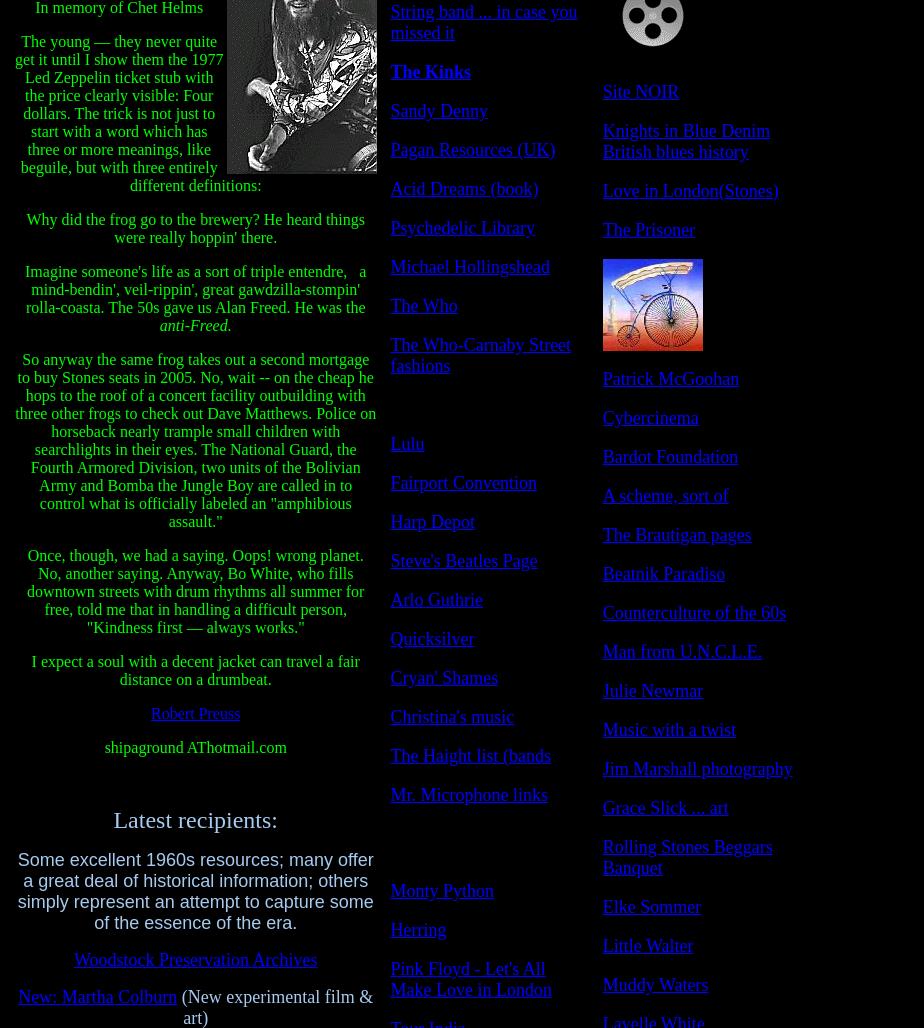 The width and height of the screenshot is (924, 1028). Describe the element at coordinates (390, 930) in the screenshot. I see `'Herring'` at that location.